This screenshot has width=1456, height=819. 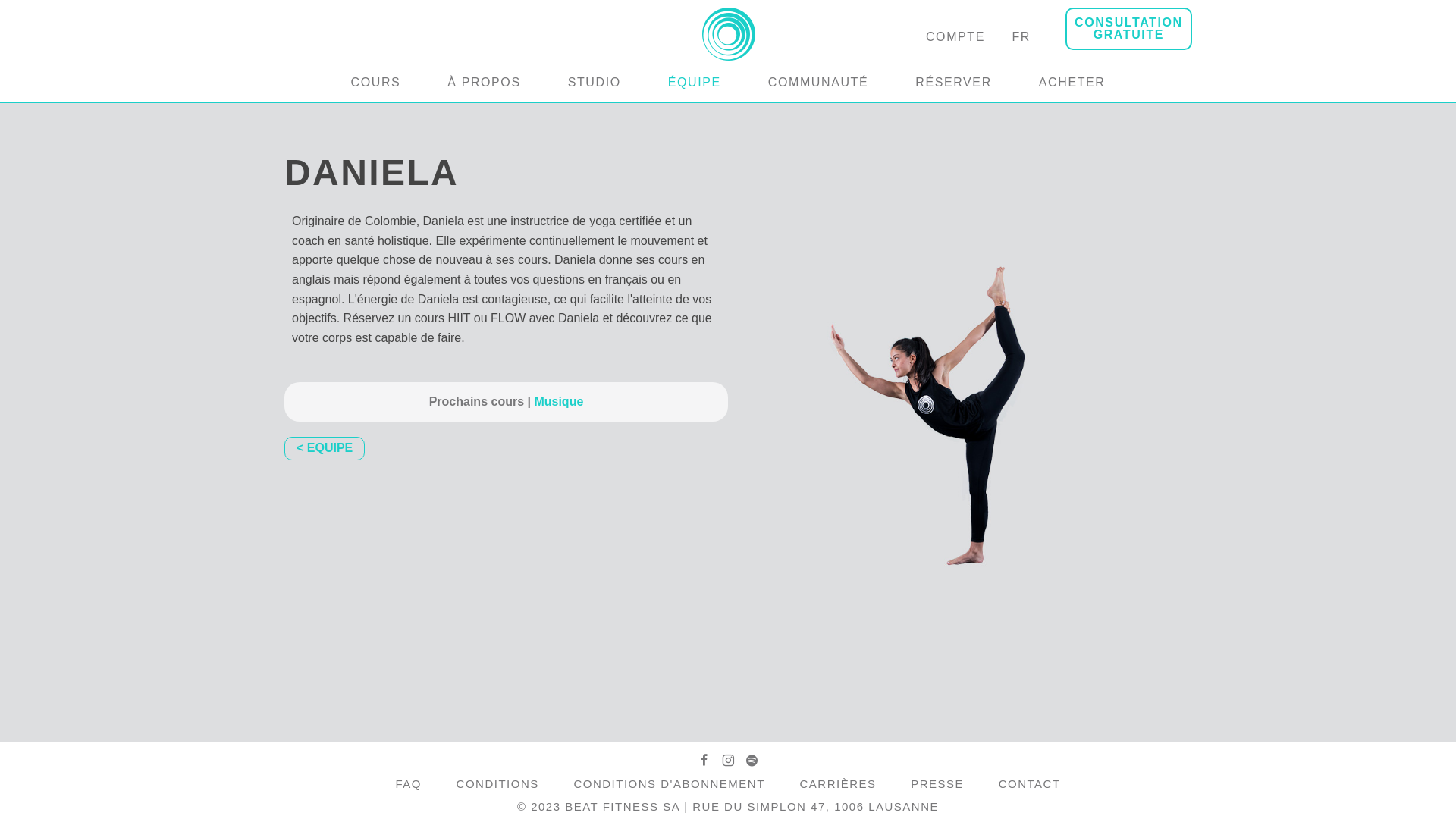 I want to click on '< EQUIPE', so click(x=323, y=447).